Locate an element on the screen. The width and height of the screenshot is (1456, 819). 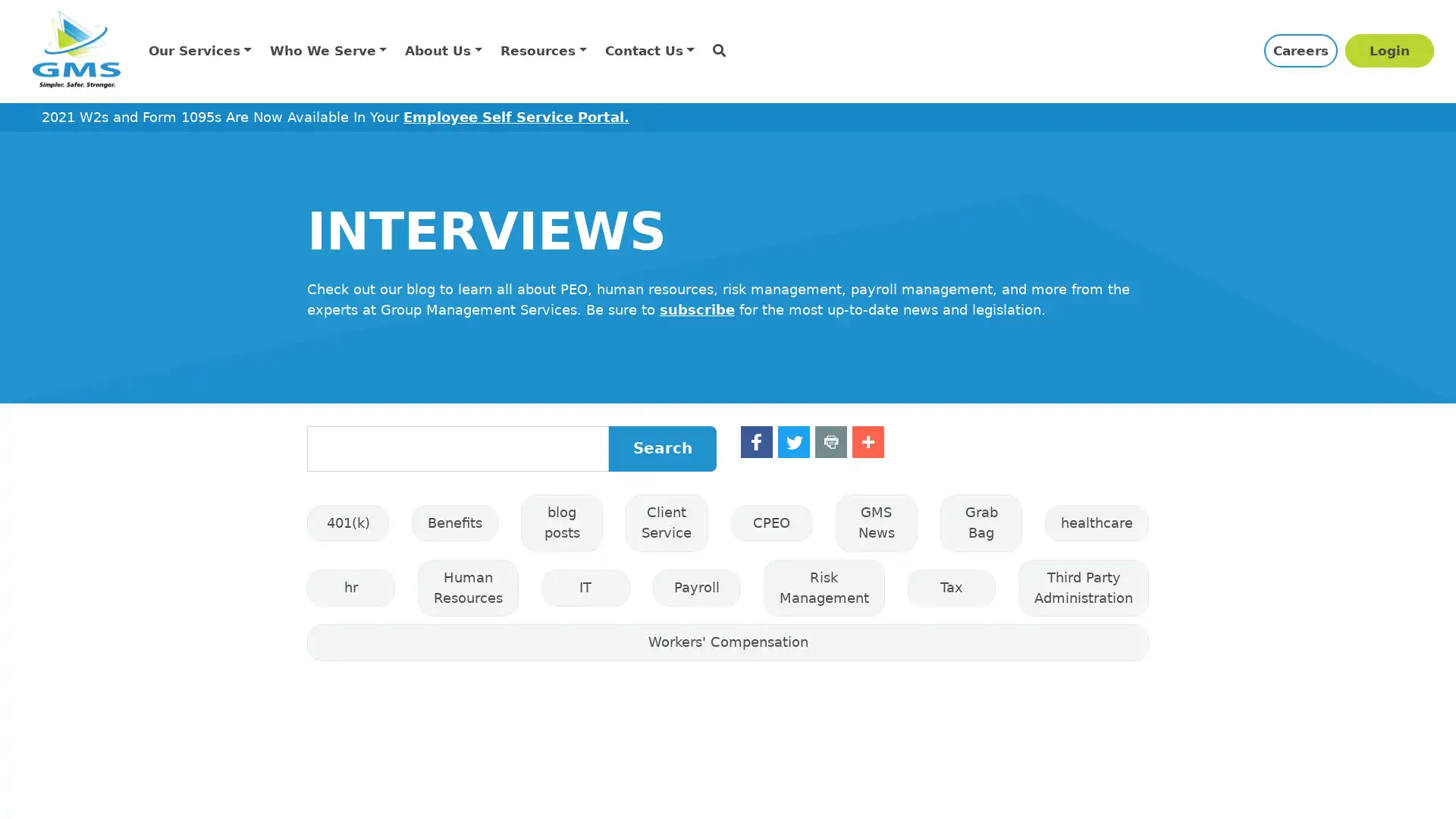
Share to Facebook Facebook is located at coordinates (783, 441).